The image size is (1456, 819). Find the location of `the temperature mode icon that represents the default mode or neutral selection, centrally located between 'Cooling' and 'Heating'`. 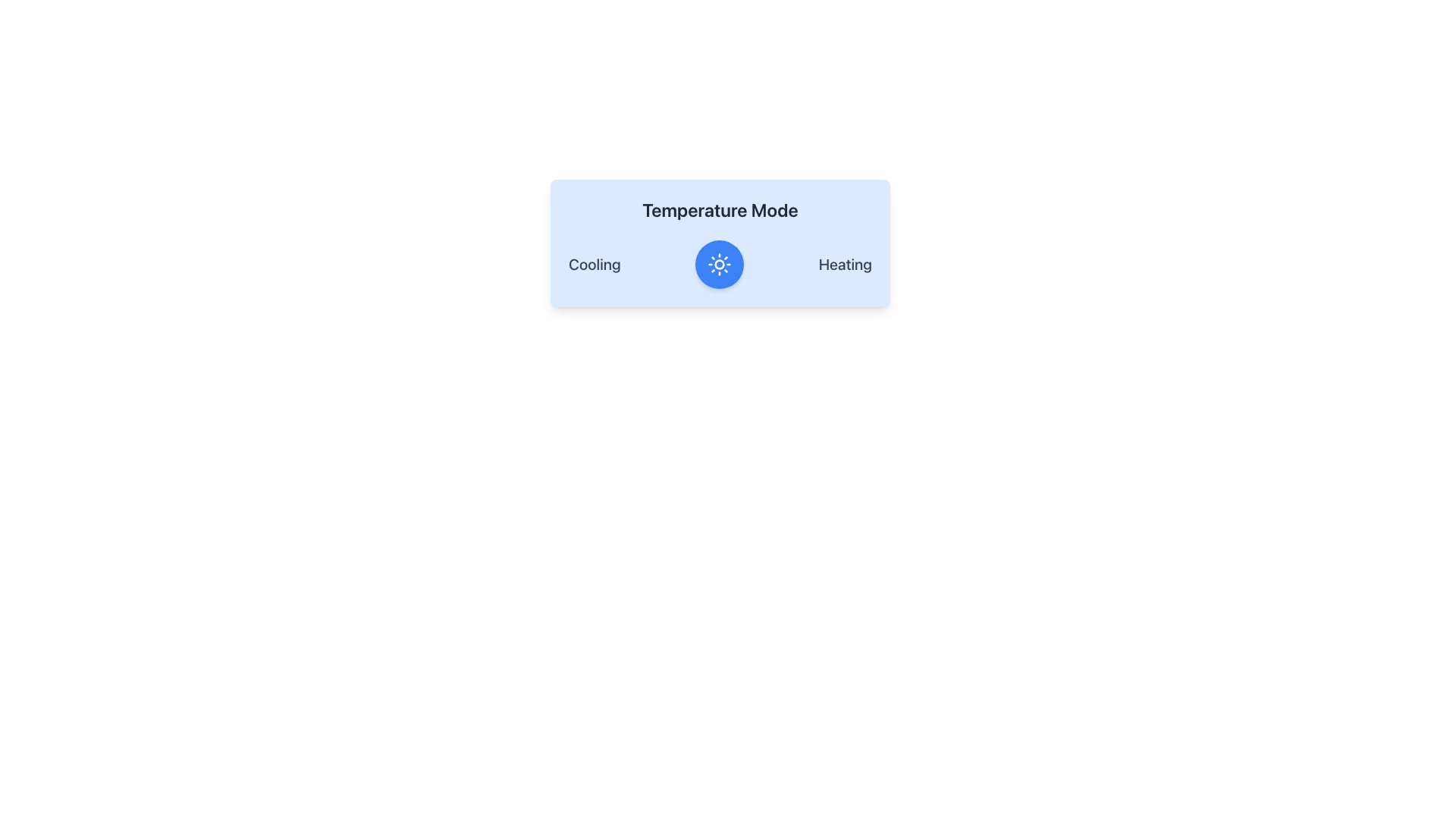

the temperature mode icon that represents the default mode or neutral selection, centrally located between 'Cooling' and 'Heating' is located at coordinates (719, 263).